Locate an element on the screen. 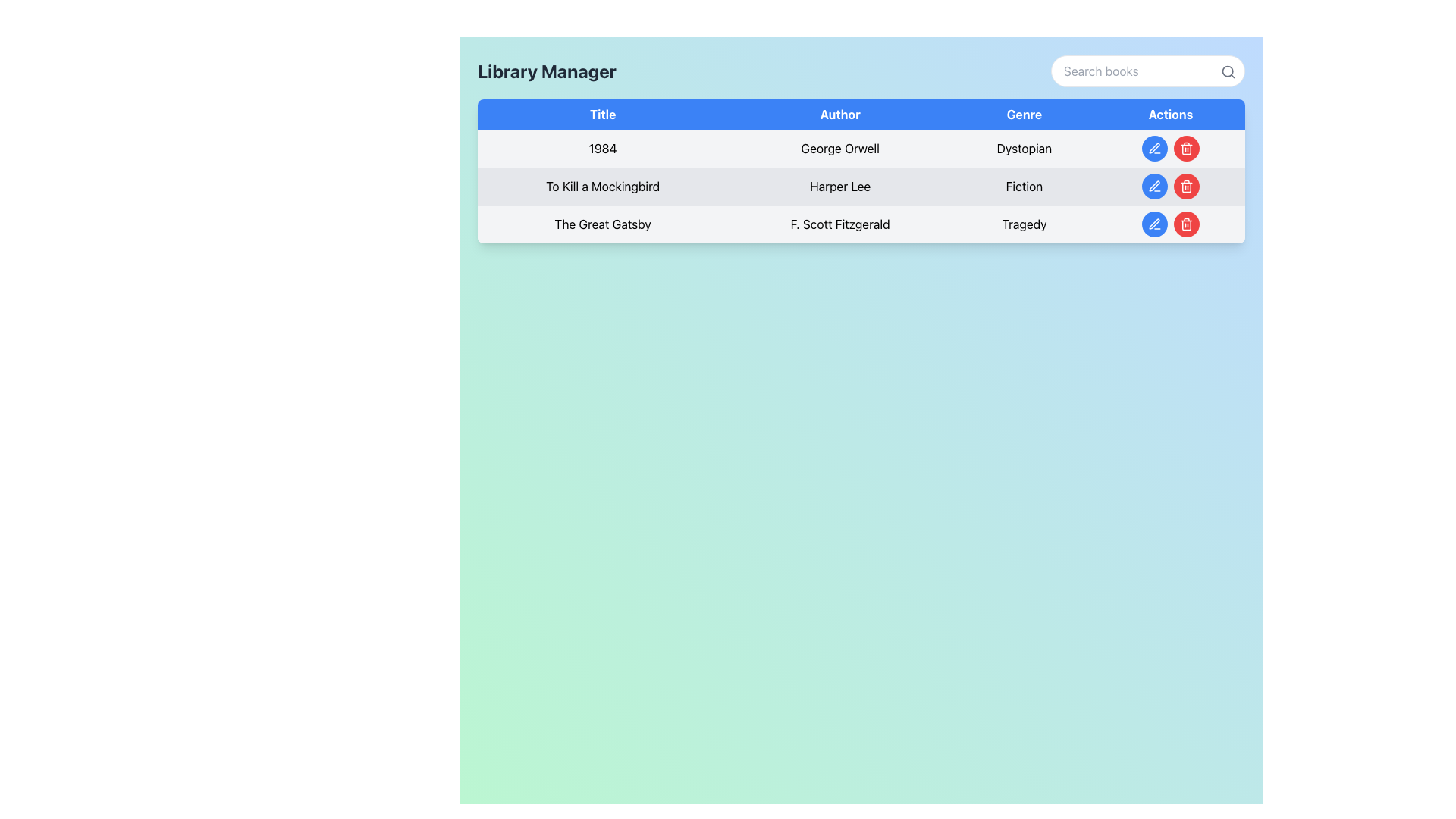 This screenshot has height=819, width=1456. the text label displaying 'Dystopian' in bold font, located in the 'Genre' column of the table, positioned between the 'Author' column and 'Actions' column is located at coordinates (1024, 149).